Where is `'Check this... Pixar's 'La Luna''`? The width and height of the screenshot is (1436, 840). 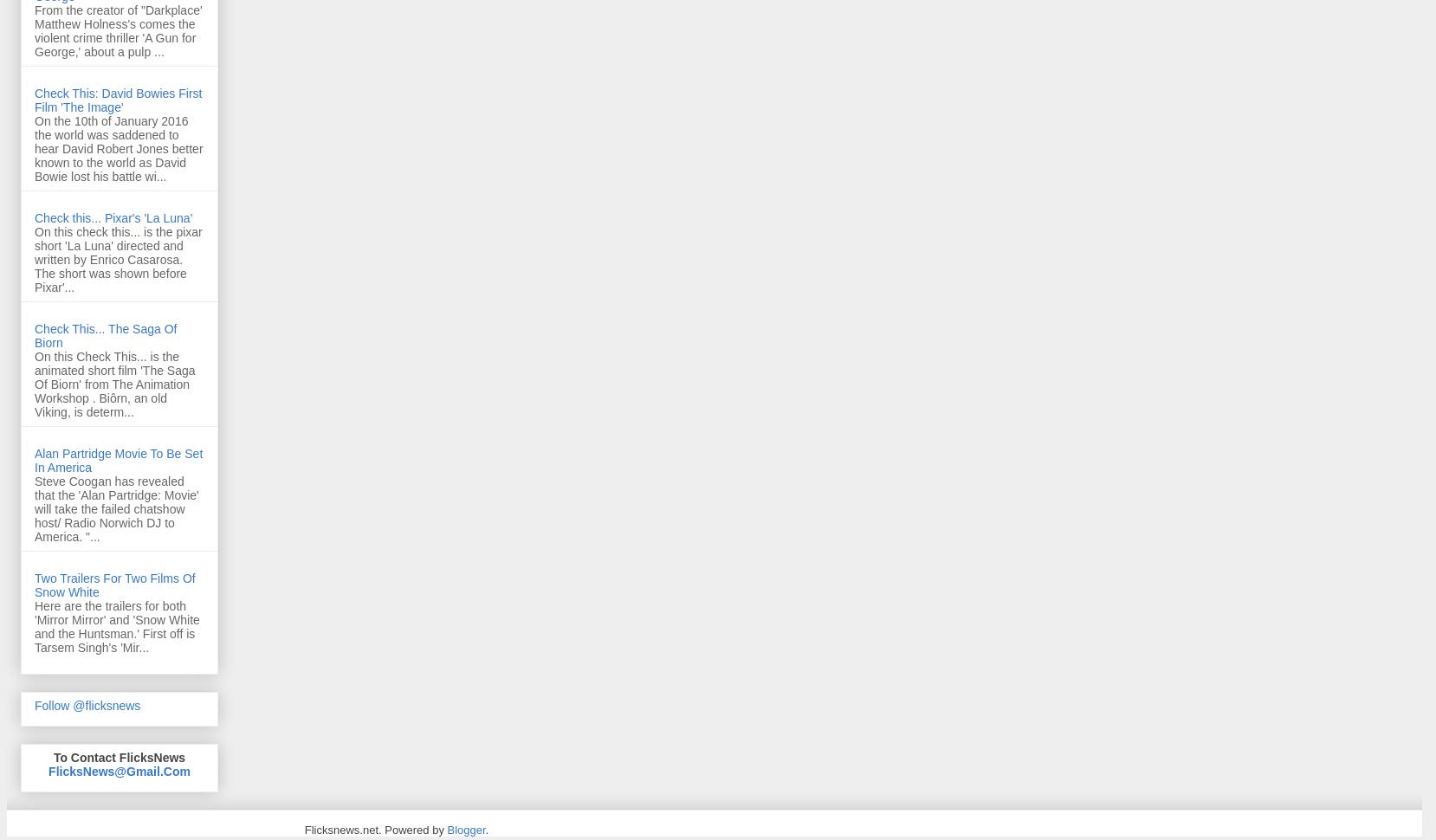 'Check this... Pixar's 'La Luna'' is located at coordinates (112, 216).